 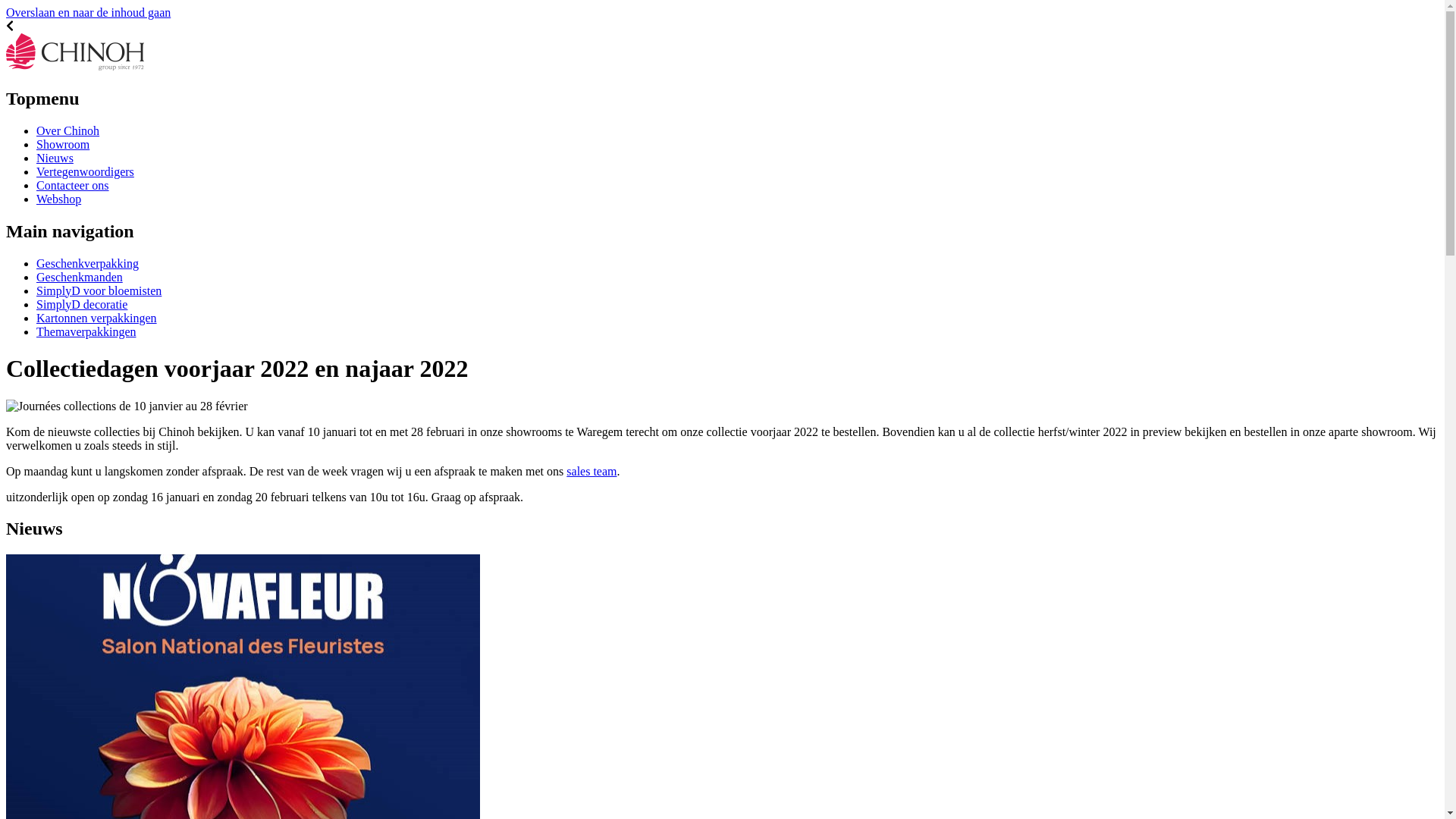 I want to click on 'SimplyD decoratie', so click(x=80, y=304).